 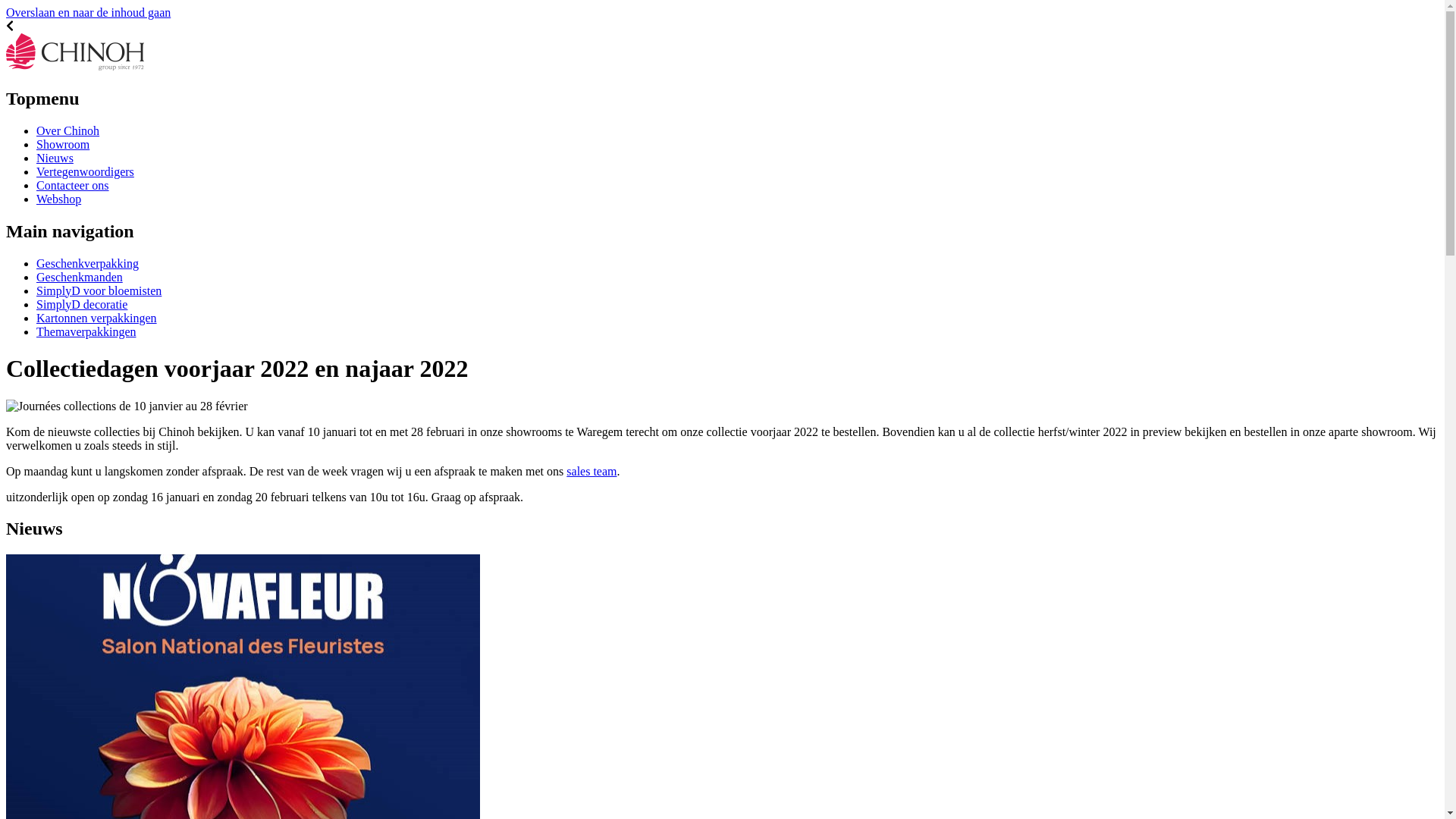 I want to click on 'SimplyD decoratie', so click(x=80, y=304).